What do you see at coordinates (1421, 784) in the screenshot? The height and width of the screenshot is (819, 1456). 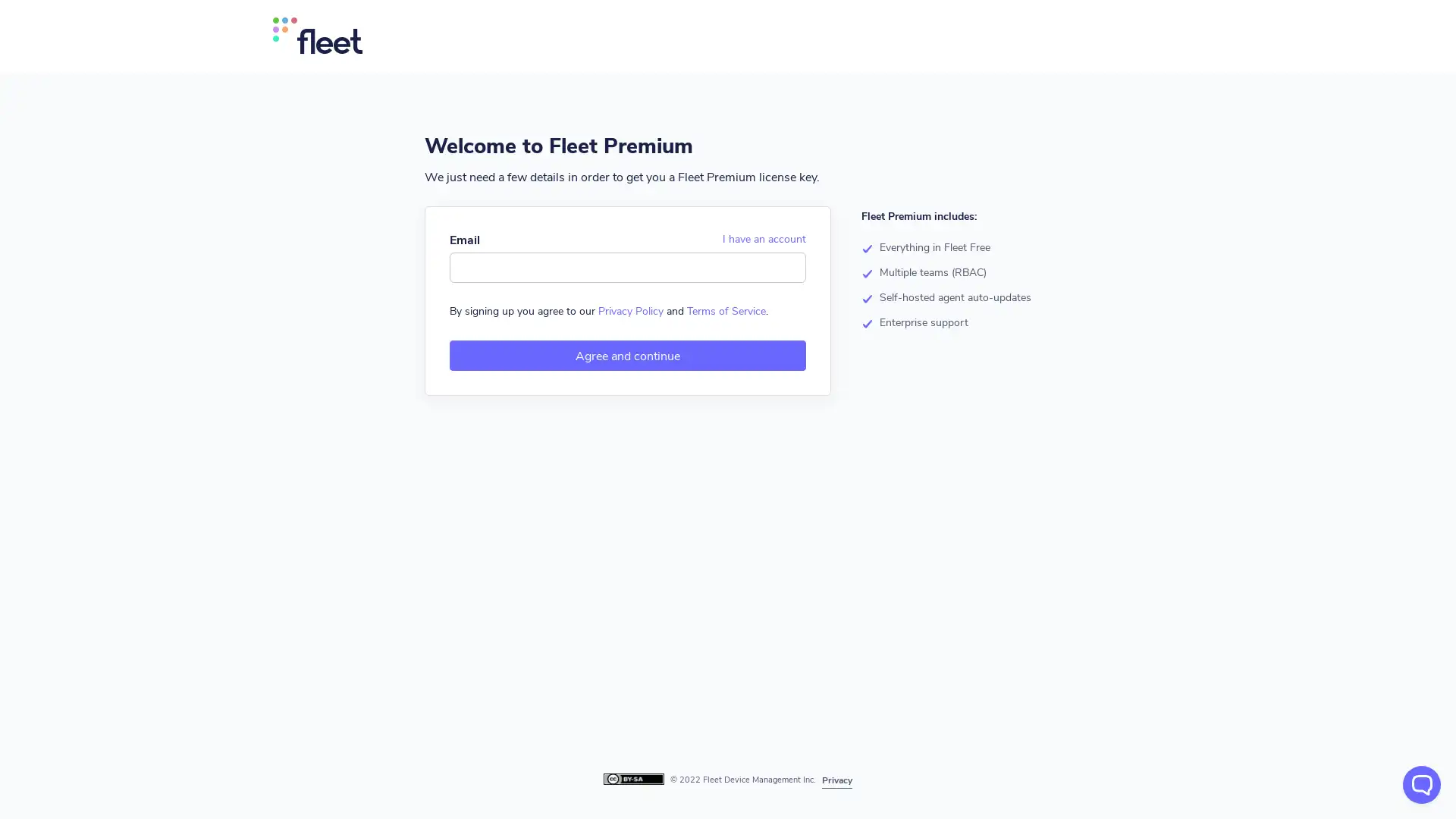 I see `Open chat widget` at bounding box center [1421, 784].